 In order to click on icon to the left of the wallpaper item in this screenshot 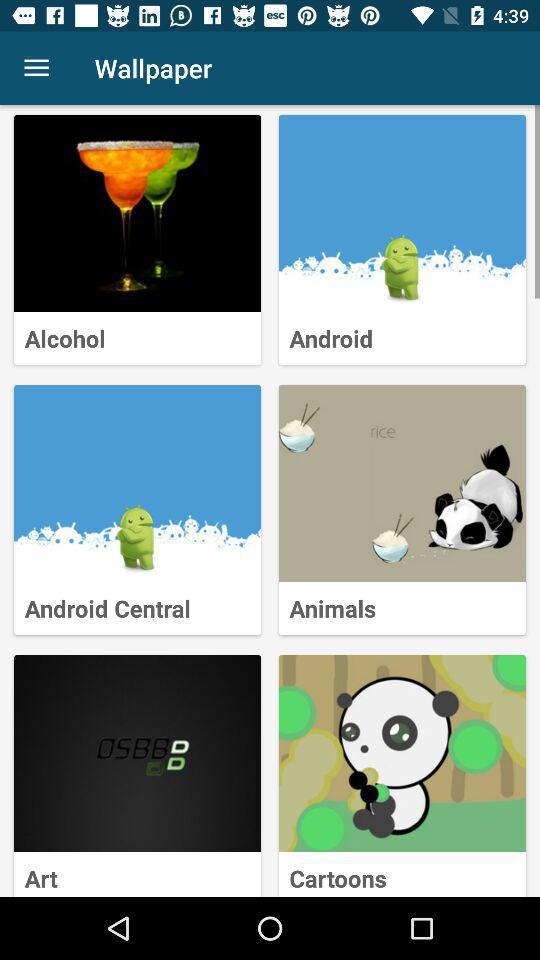, I will do `click(36, 68)`.